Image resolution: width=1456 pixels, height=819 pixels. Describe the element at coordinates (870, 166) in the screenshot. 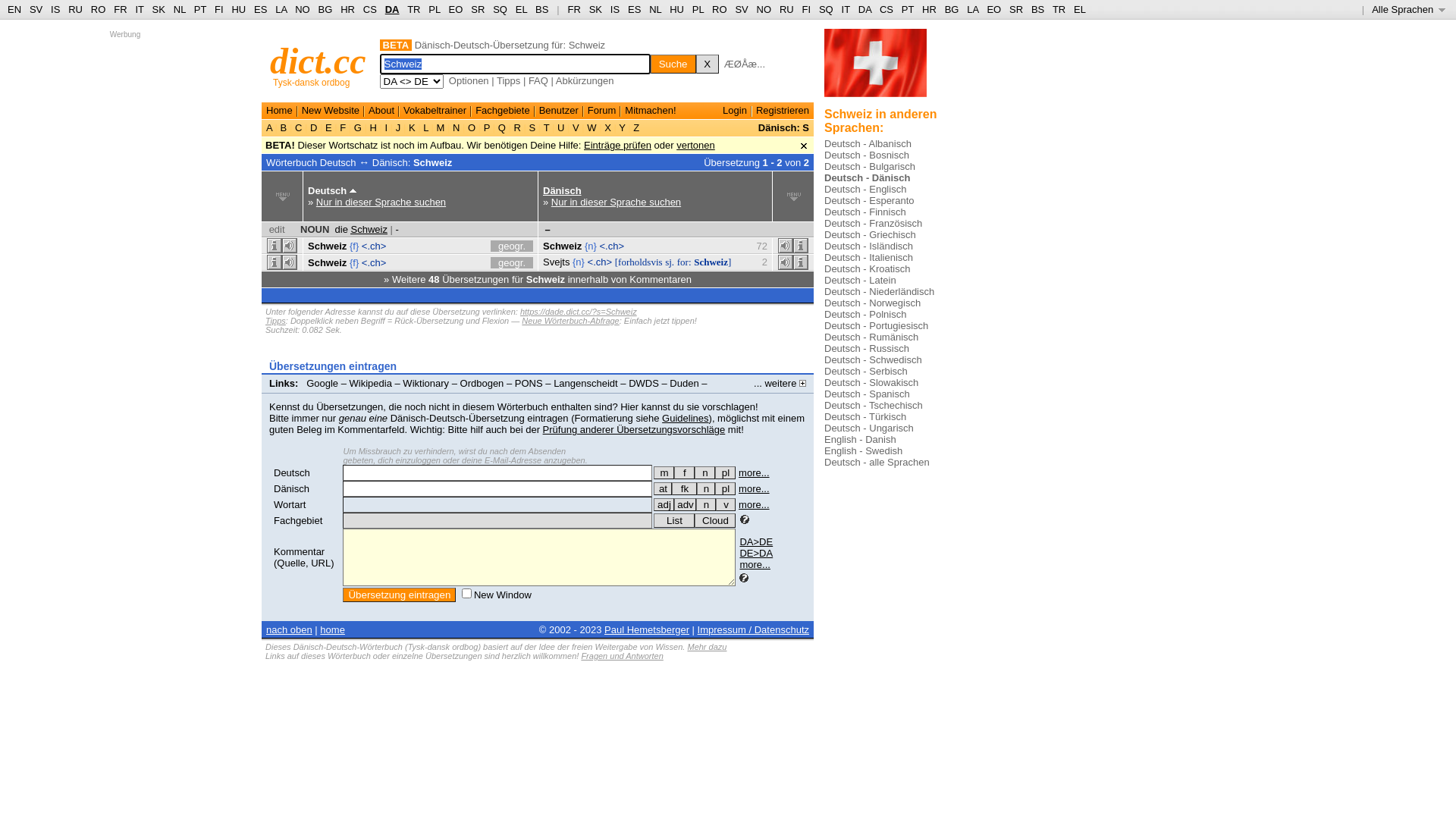

I see `'Deutsch - Bulgarisch'` at that location.